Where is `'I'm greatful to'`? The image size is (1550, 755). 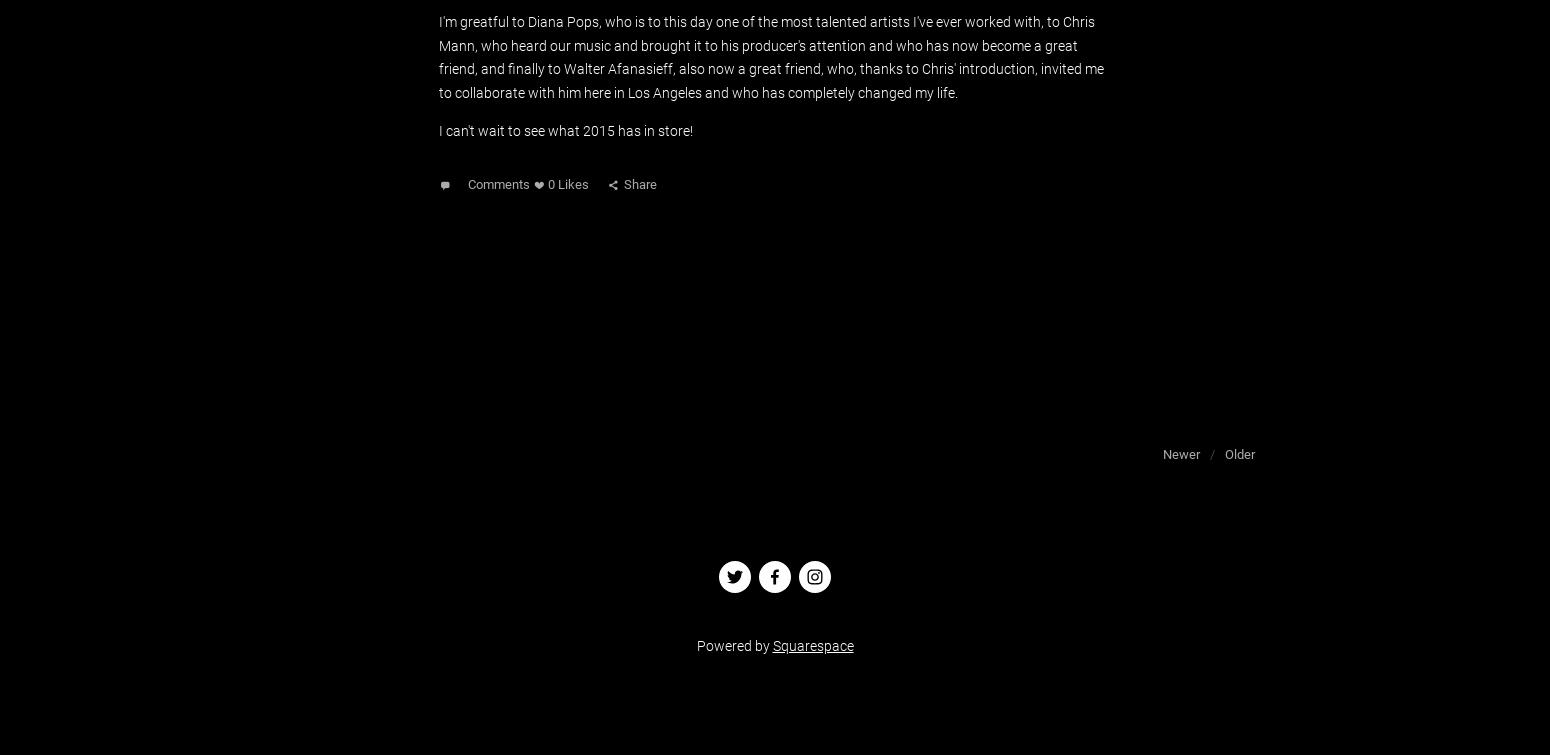 'I'm greatful to' is located at coordinates (482, 20).